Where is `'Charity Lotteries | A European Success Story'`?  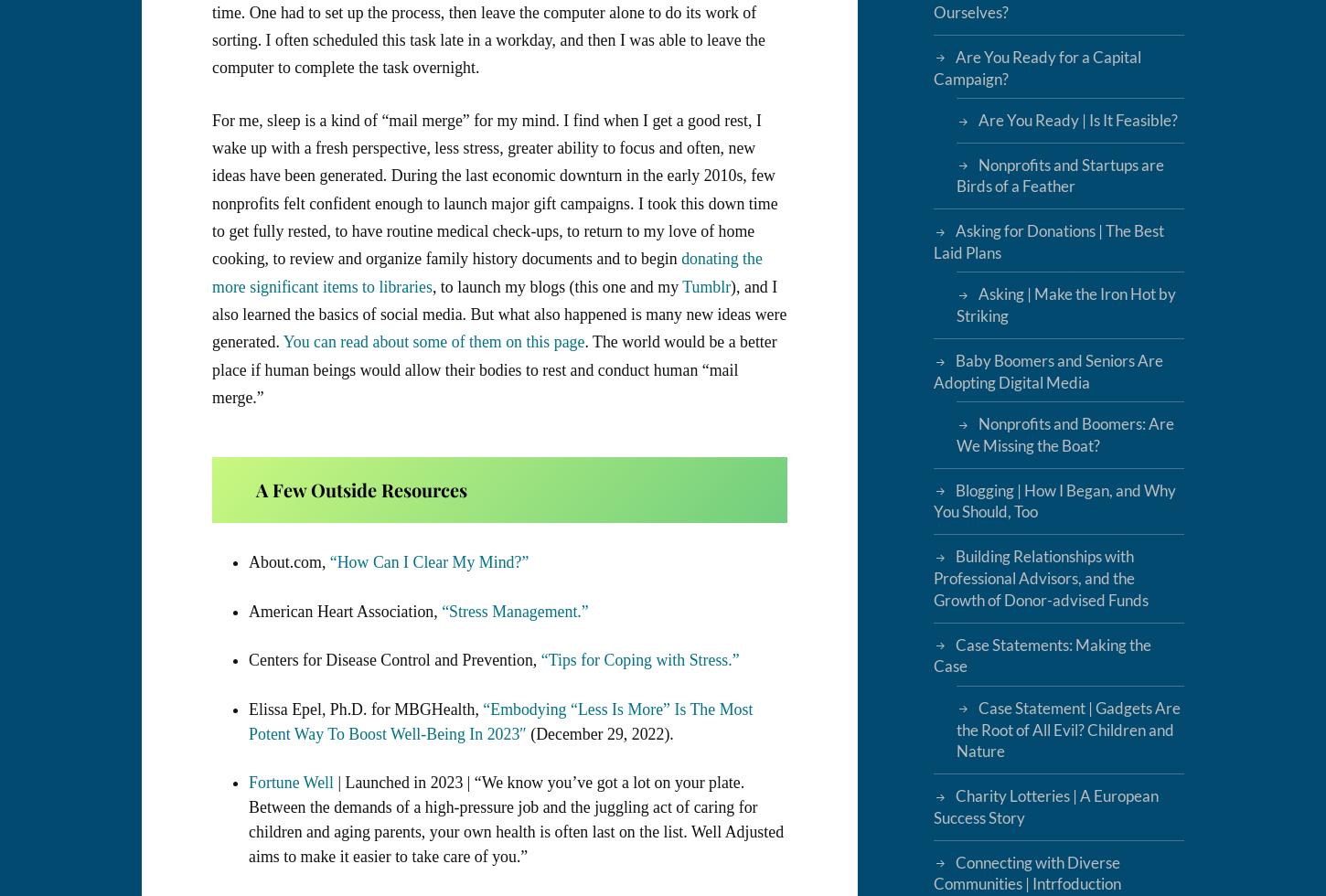 'Charity Lotteries | A European Success Story' is located at coordinates (932, 806).